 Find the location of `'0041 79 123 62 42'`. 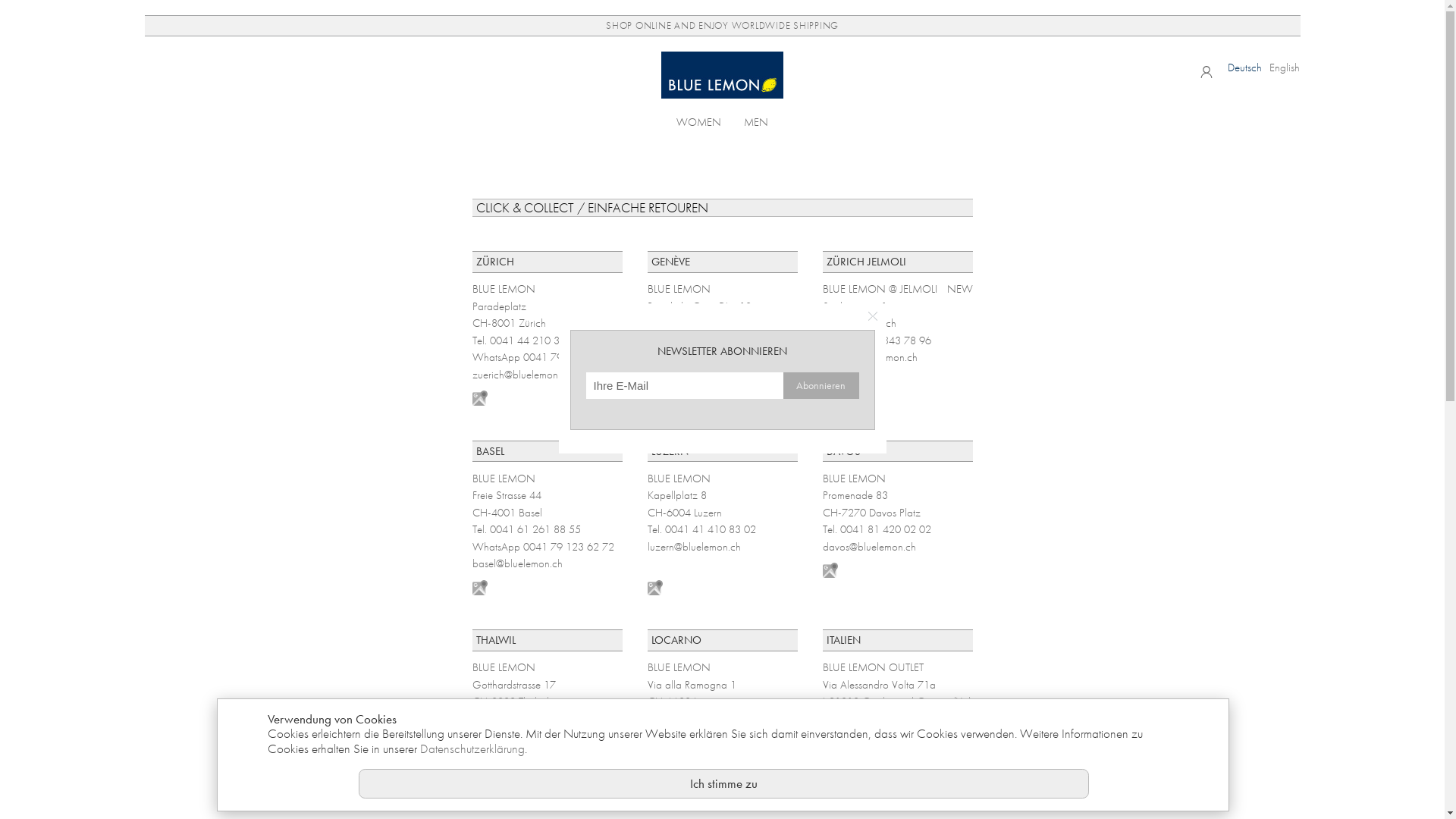

'0041 79 123 62 42' is located at coordinates (567, 356).